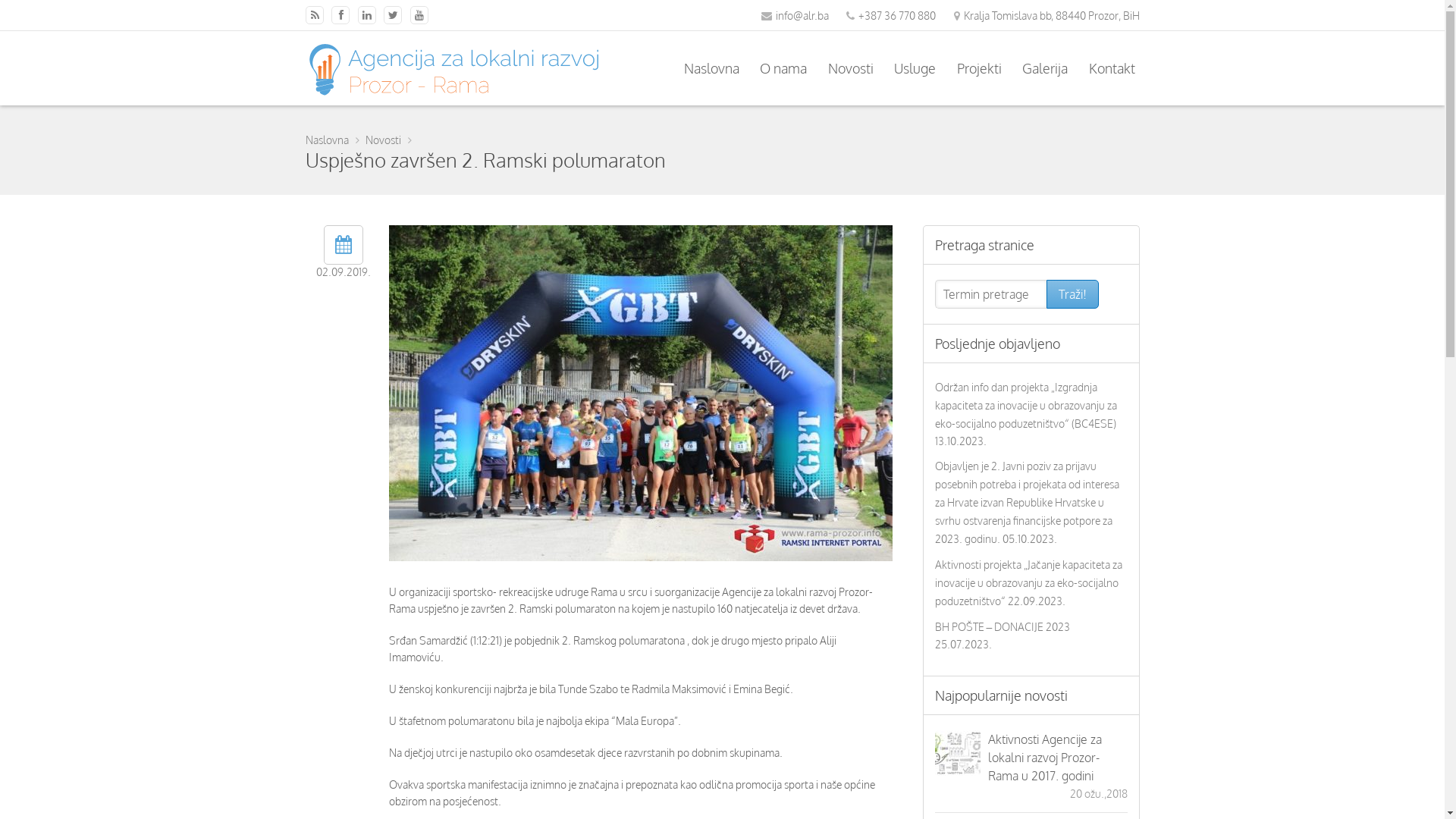 This screenshot has height=819, width=1456. I want to click on 'Naslovna', so click(711, 67).